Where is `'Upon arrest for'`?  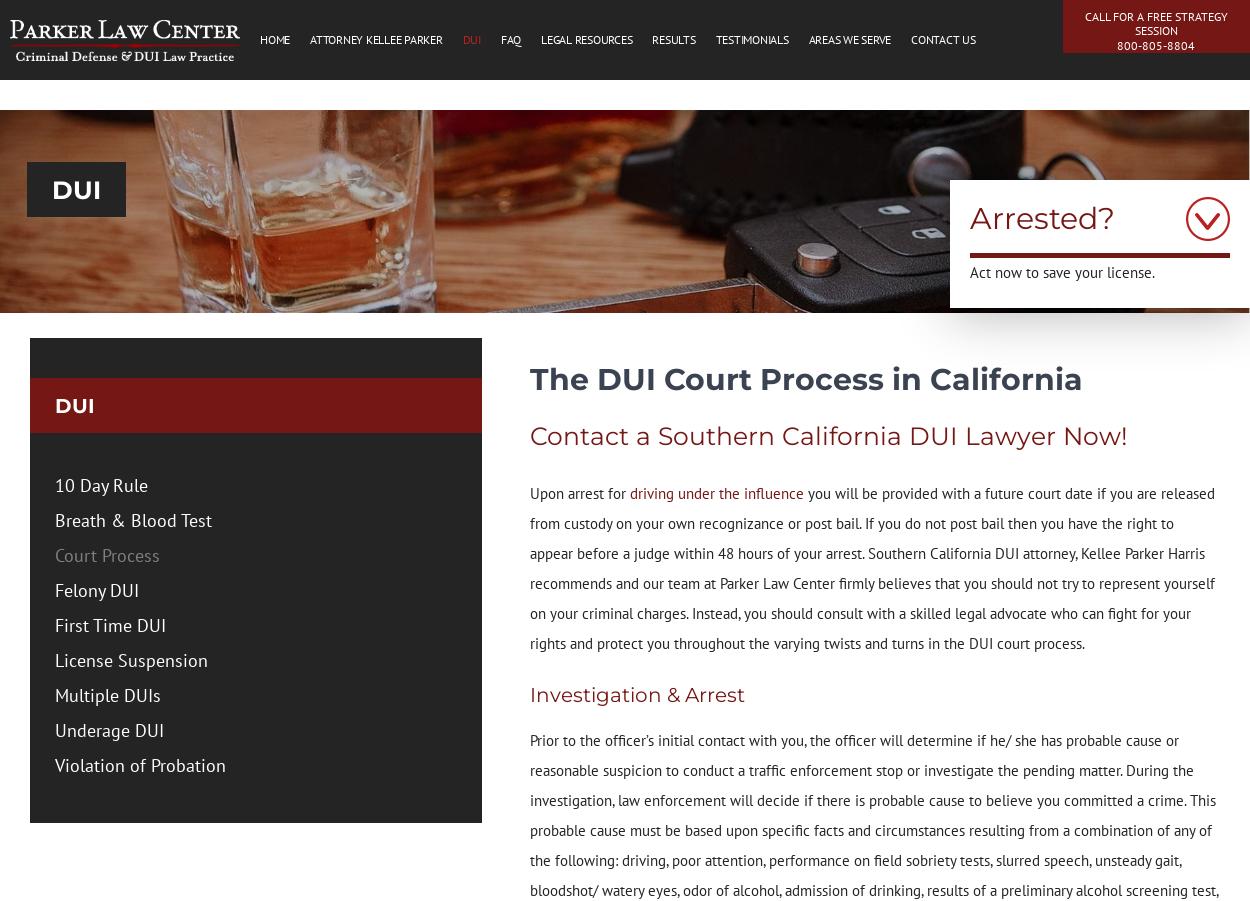 'Upon arrest for' is located at coordinates (578, 492).